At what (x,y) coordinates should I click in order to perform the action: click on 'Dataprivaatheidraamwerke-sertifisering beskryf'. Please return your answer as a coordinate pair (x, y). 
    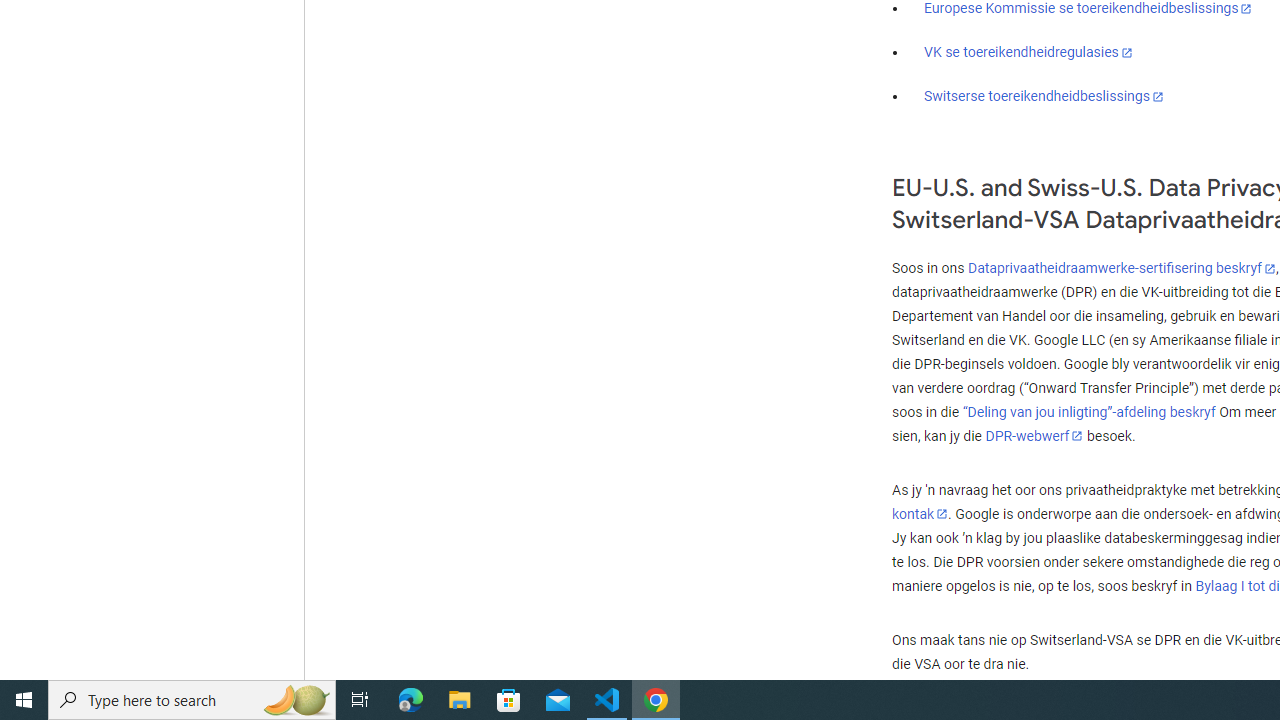
    Looking at the image, I should click on (1121, 267).